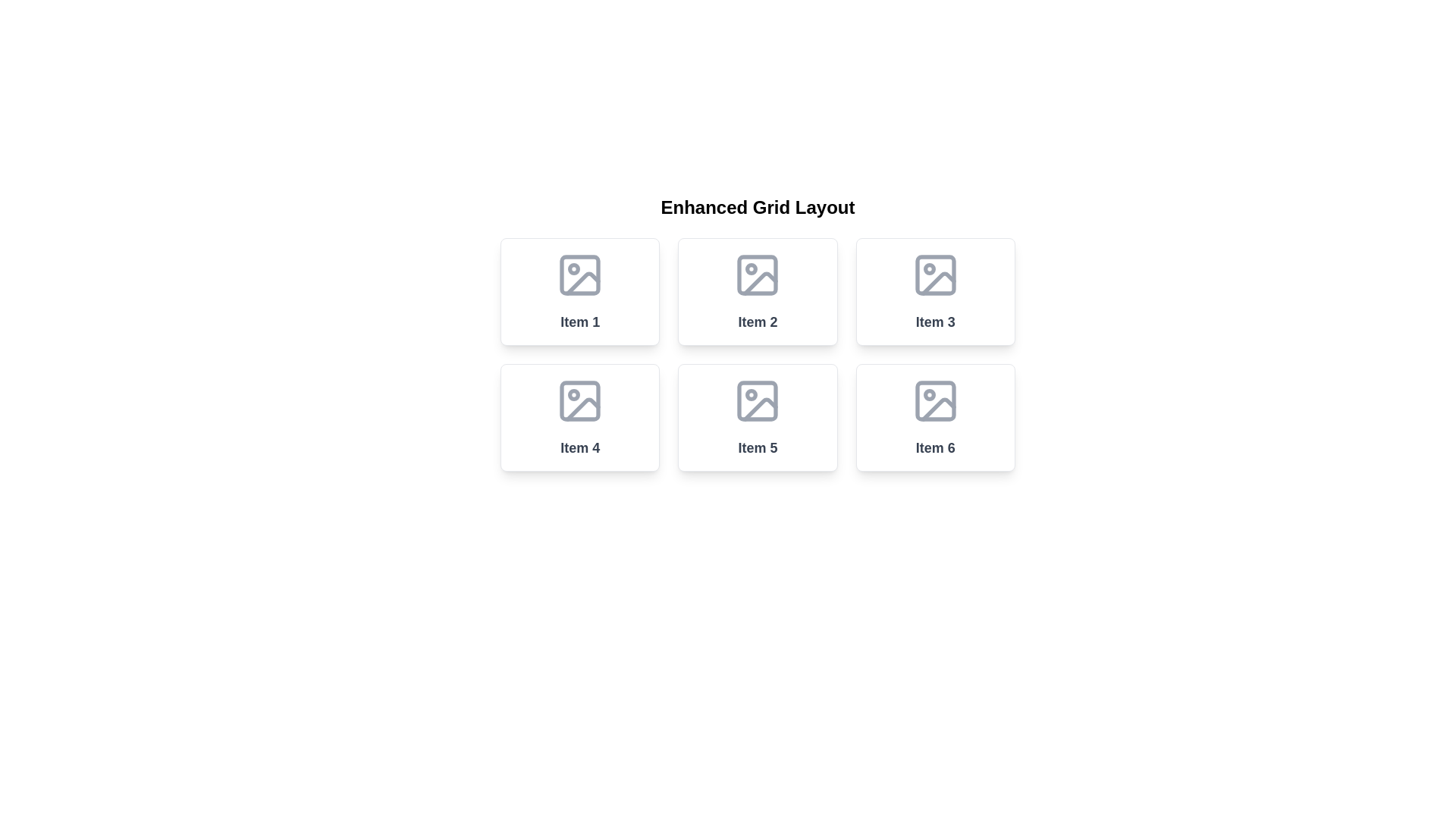 Image resolution: width=1456 pixels, height=819 pixels. Describe the element at coordinates (758, 275) in the screenshot. I see `the Decorative icon located in the second tile of the Enhanced Grid Layout, marked as 'Item 2'` at that location.